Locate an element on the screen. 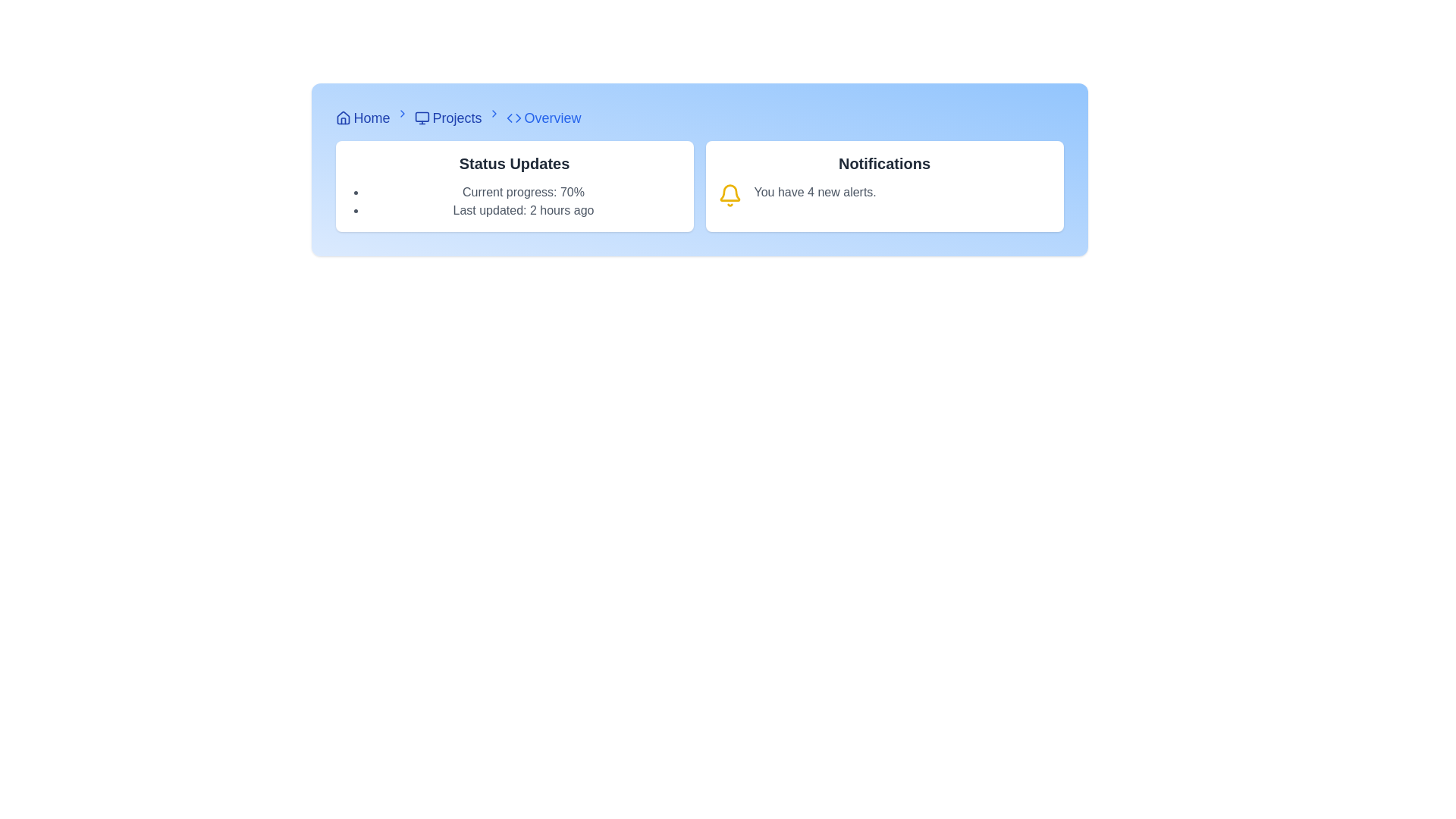 Image resolution: width=1456 pixels, height=819 pixels. the third breadcrumb text link with accompanying icon, which indicates the current page or section the user is viewing, located to the right of the 'Projects' breadcrumb is located at coordinates (544, 117).